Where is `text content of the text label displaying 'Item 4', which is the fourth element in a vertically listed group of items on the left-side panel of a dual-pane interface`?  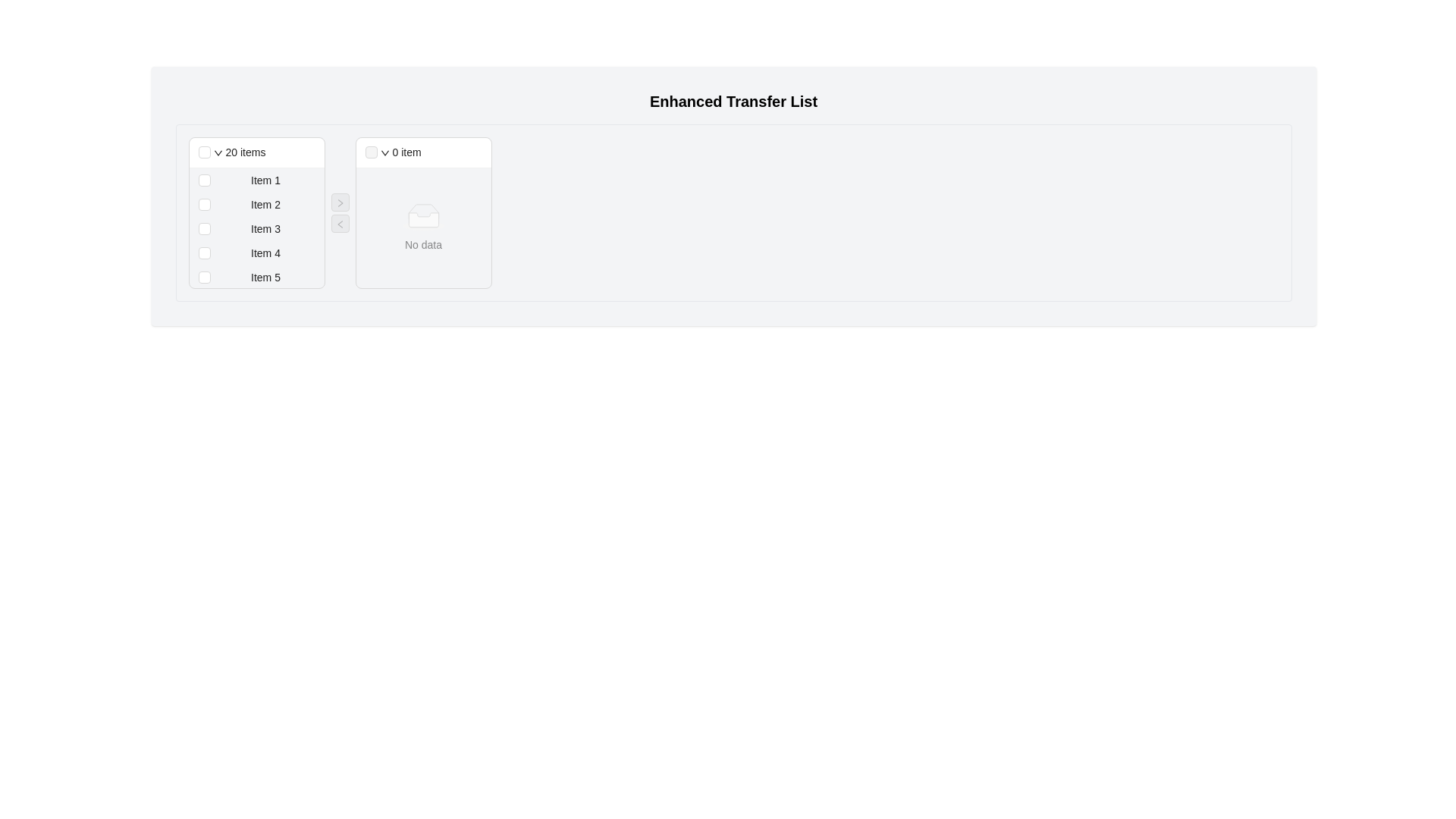
text content of the text label displaying 'Item 4', which is the fourth element in a vertically listed group of items on the left-side panel of a dual-pane interface is located at coordinates (265, 253).